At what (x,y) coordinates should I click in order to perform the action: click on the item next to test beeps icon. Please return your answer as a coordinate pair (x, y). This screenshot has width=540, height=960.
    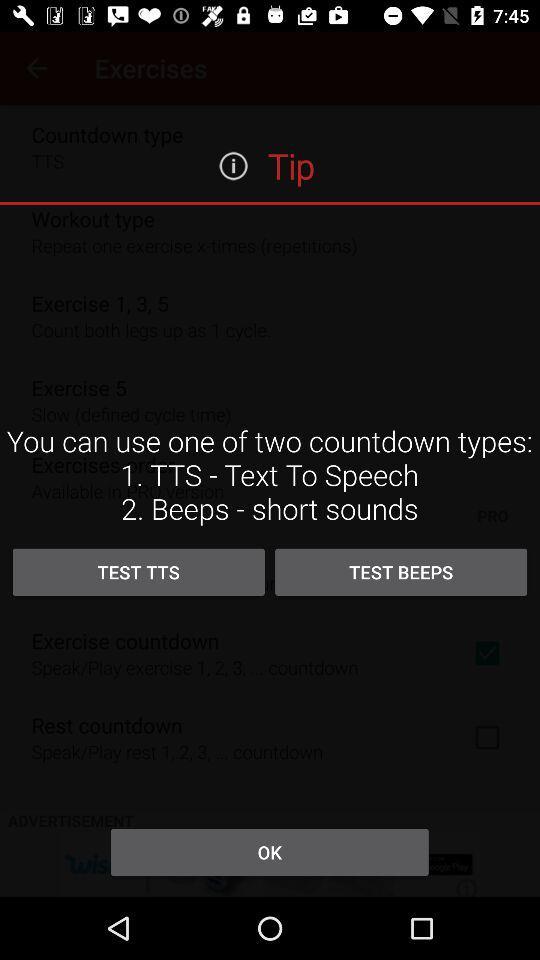
    Looking at the image, I should click on (137, 572).